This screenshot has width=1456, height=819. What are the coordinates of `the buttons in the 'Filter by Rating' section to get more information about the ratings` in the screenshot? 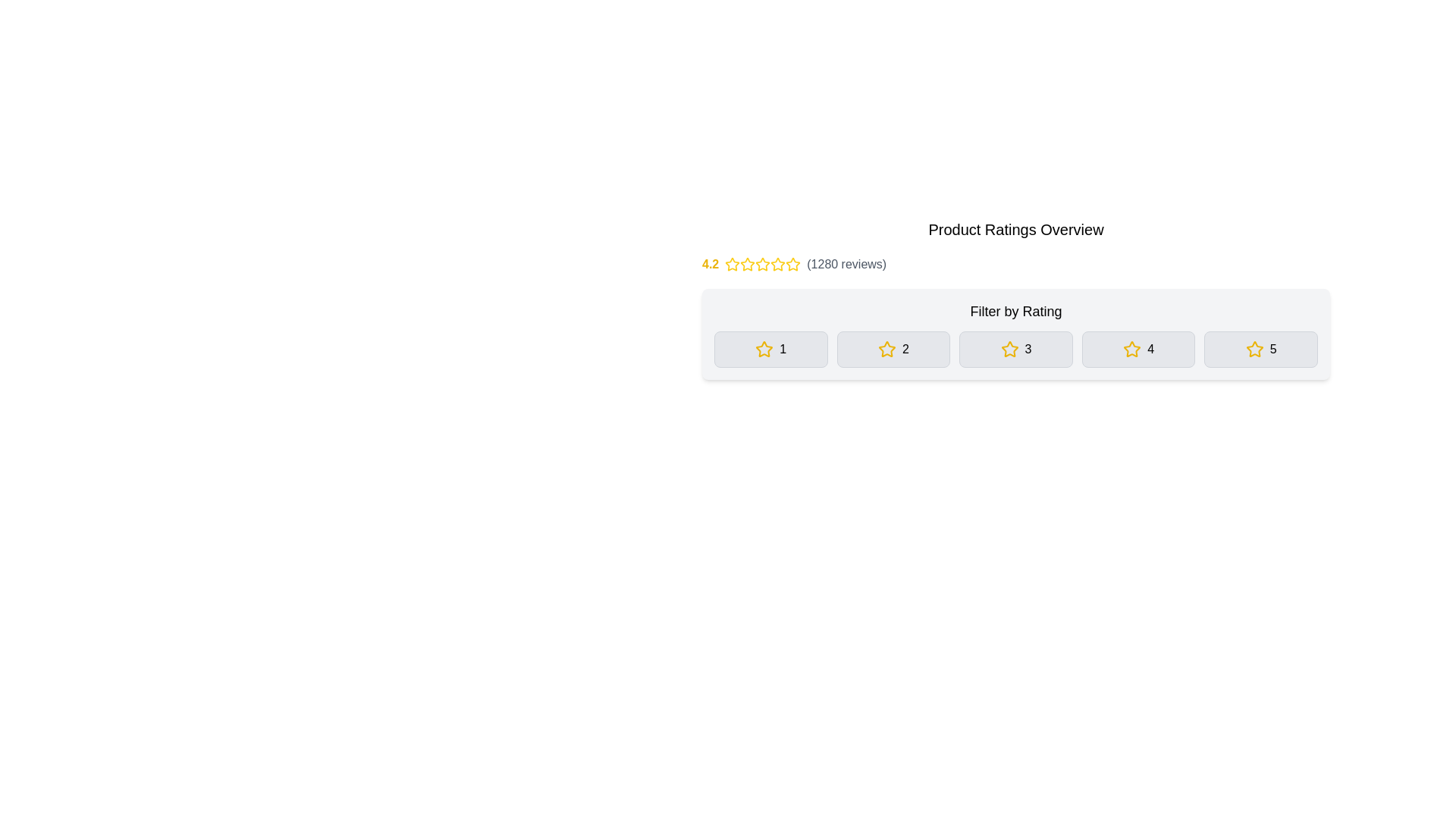 It's located at (1015, 333).